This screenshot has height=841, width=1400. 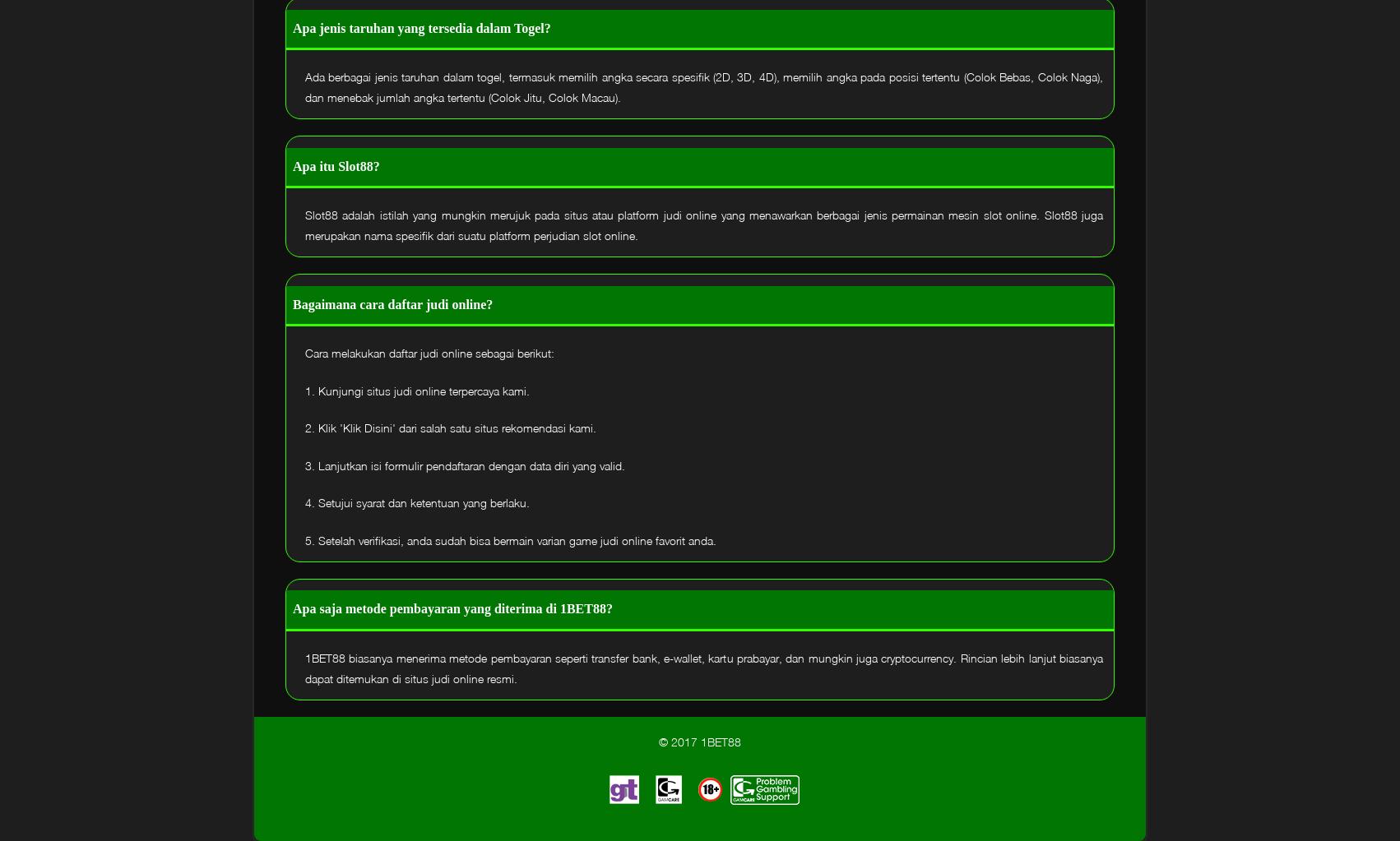 I want to click on '5. Setelah verifikasi, anda sudah bisa bermain varian game judi online favorit anda.', so click(x=305, y=539).